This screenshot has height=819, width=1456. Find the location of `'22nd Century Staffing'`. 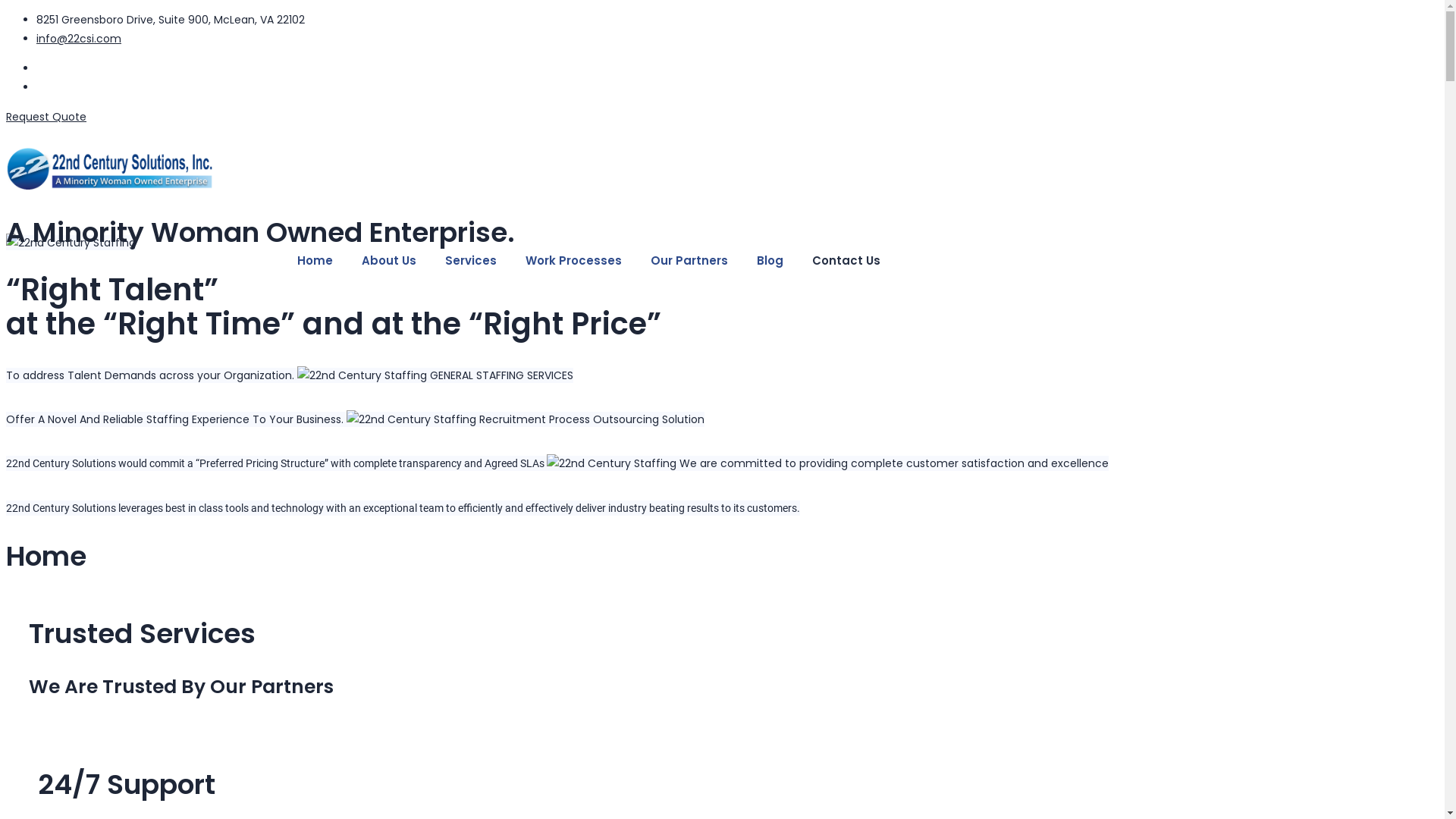

'22nd Century Staffing' is located at coordinates (411, 419).